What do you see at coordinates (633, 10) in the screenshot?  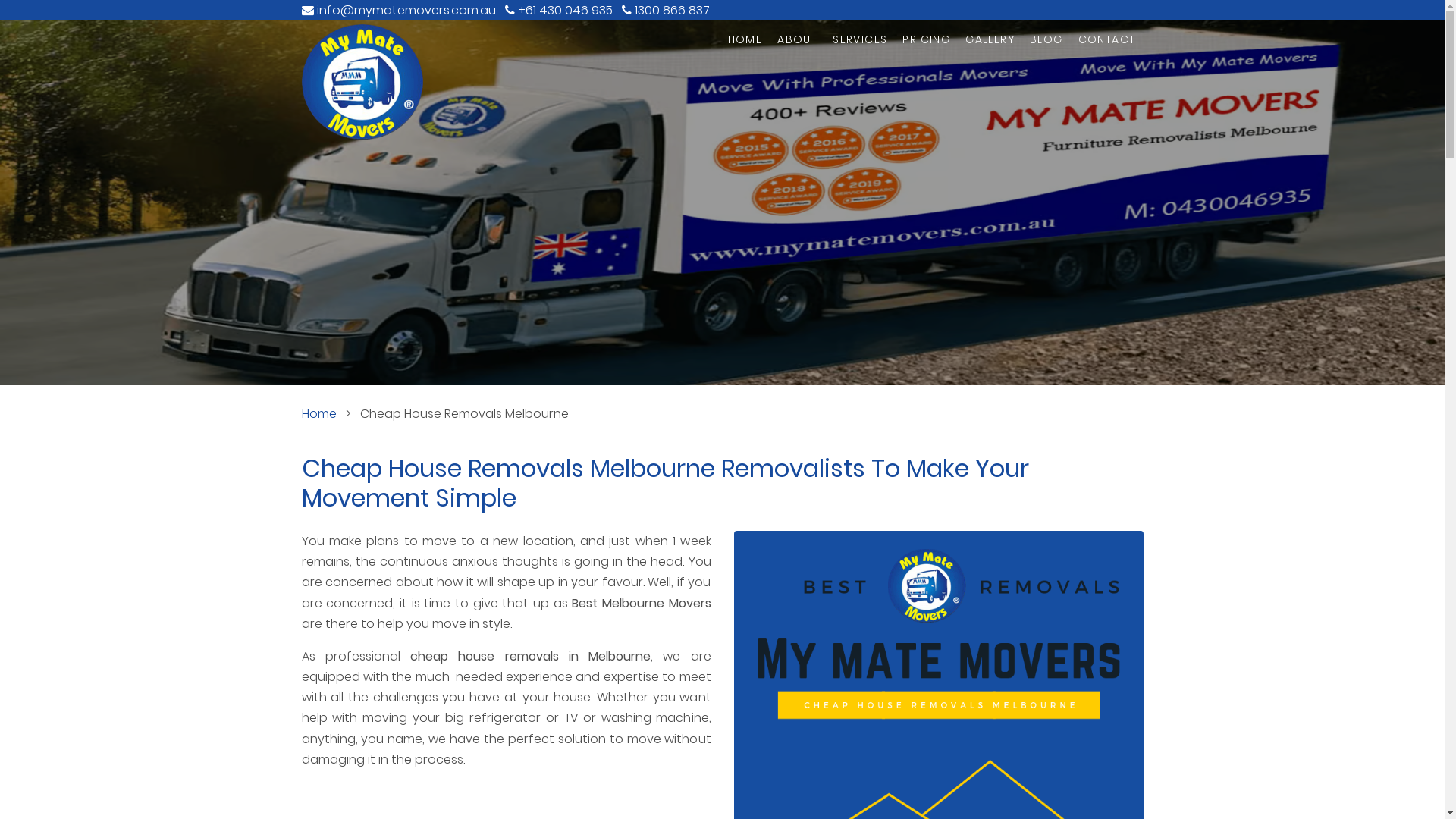 I see `'1300 866 837'` at bounding box center [633, 10].